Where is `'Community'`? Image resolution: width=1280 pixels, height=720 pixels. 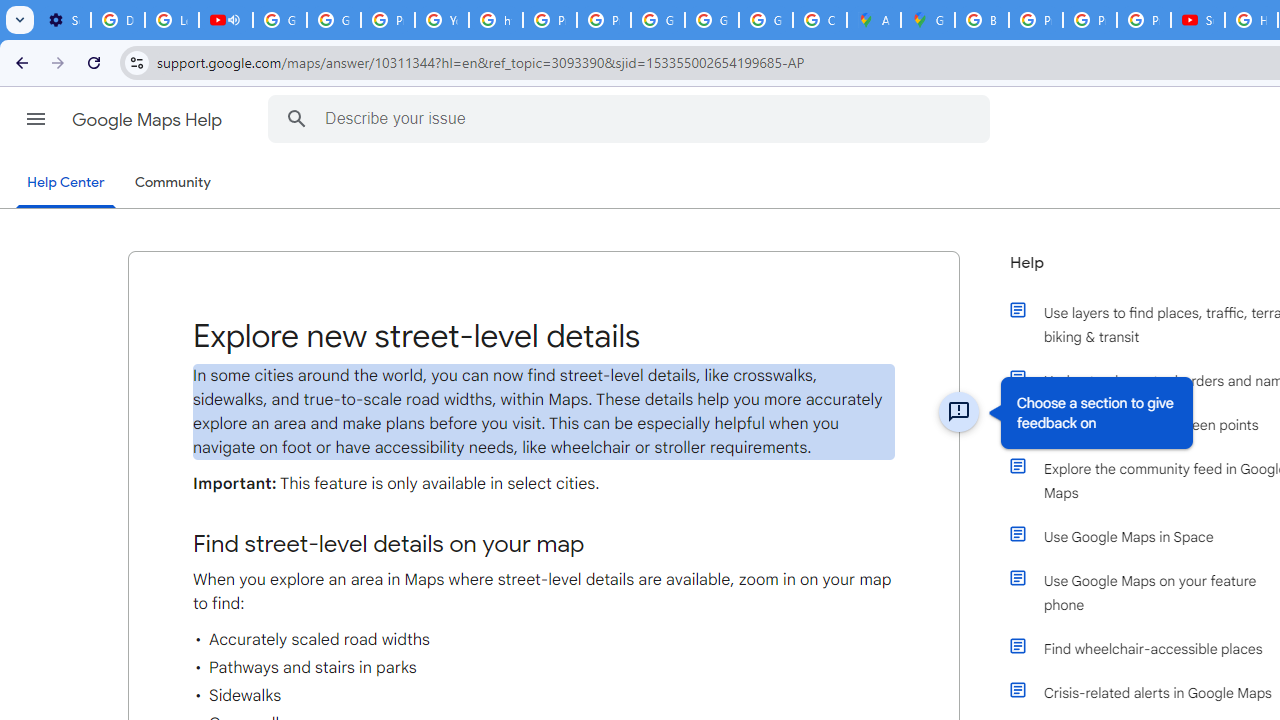
'Community' is located at coordinates (172, 183).